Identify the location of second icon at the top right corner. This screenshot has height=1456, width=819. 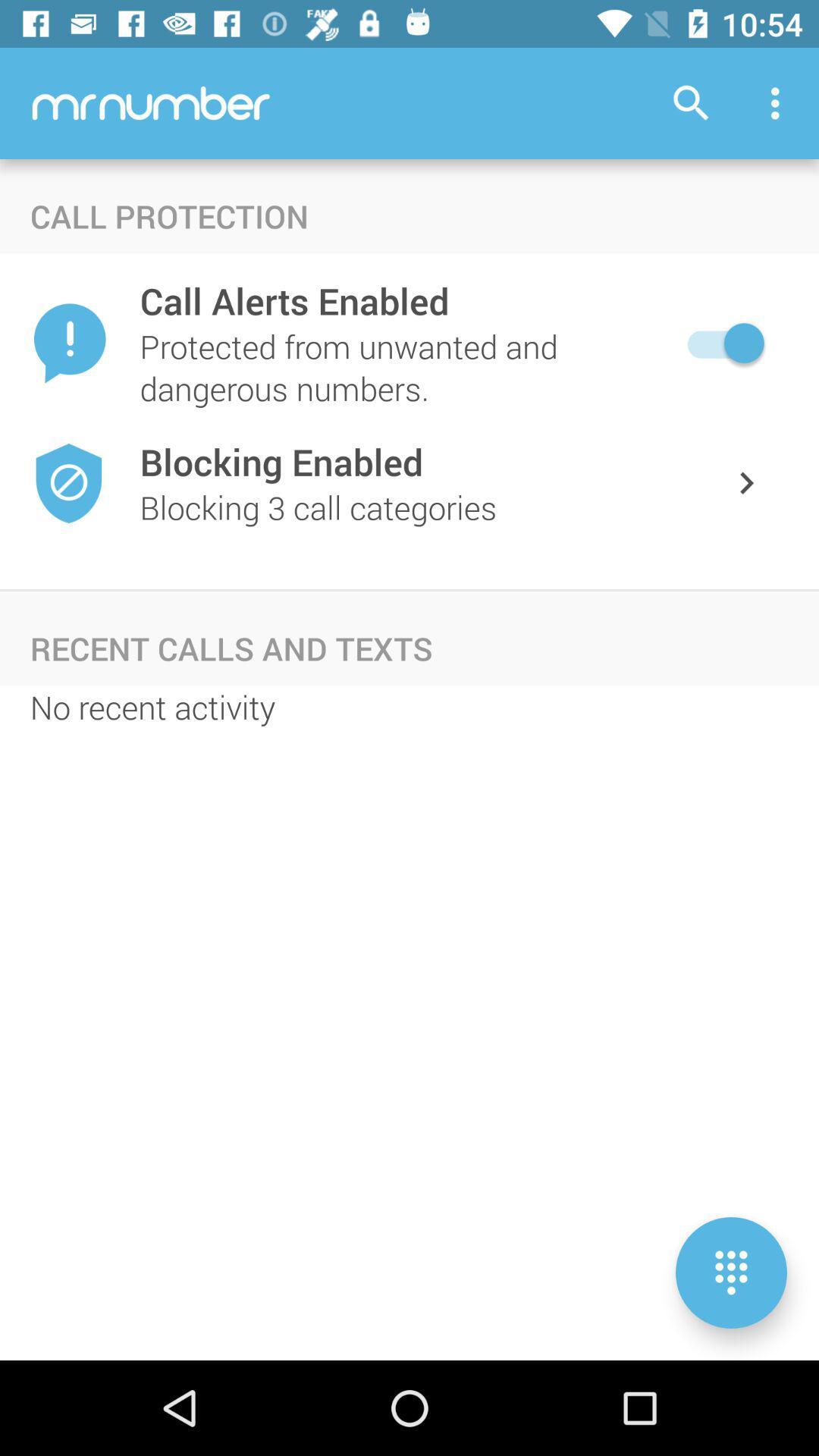
(779, 103).